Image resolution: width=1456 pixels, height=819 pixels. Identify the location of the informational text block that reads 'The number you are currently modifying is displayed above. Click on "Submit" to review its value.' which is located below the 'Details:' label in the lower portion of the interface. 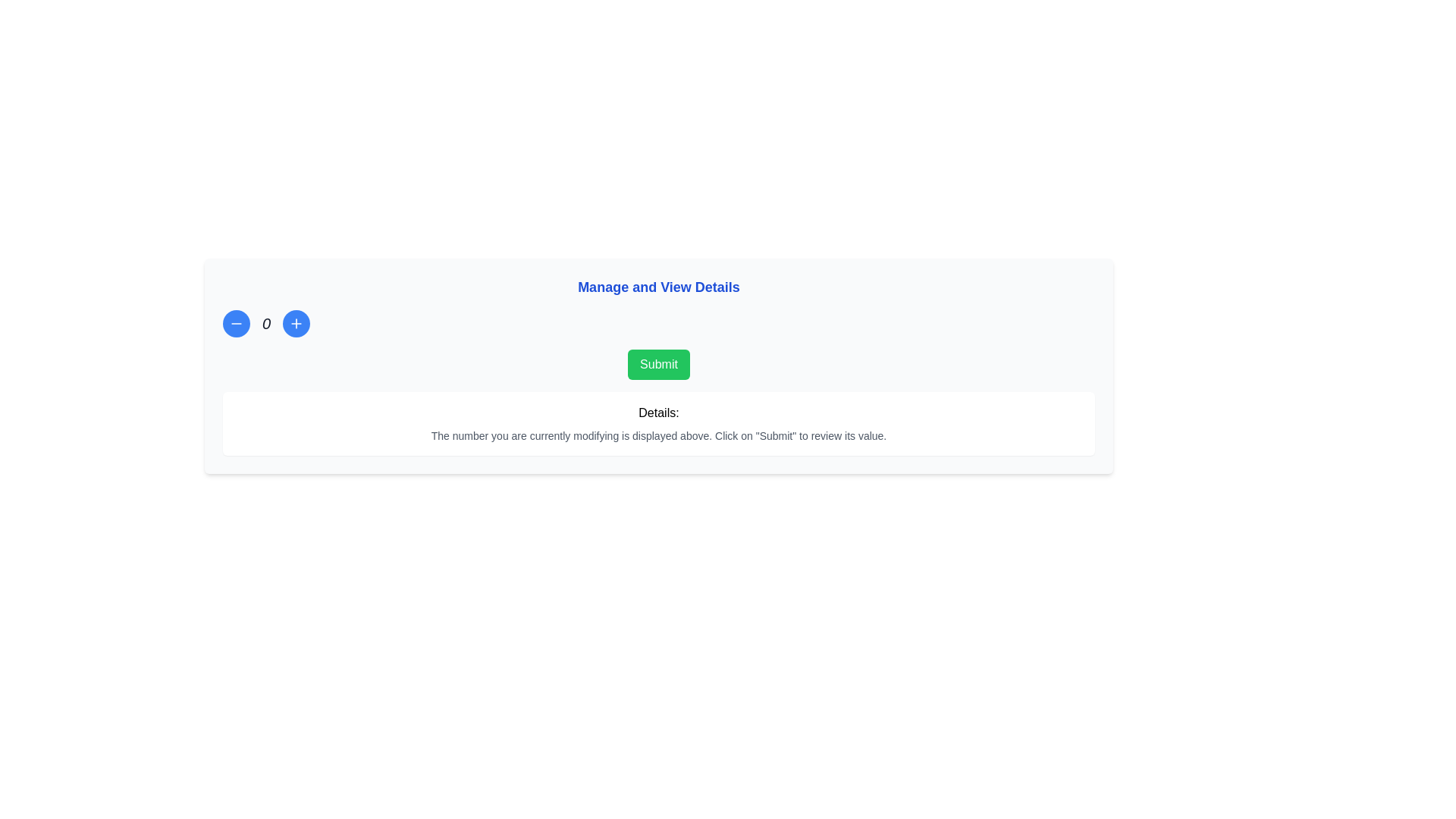
(658, 435).